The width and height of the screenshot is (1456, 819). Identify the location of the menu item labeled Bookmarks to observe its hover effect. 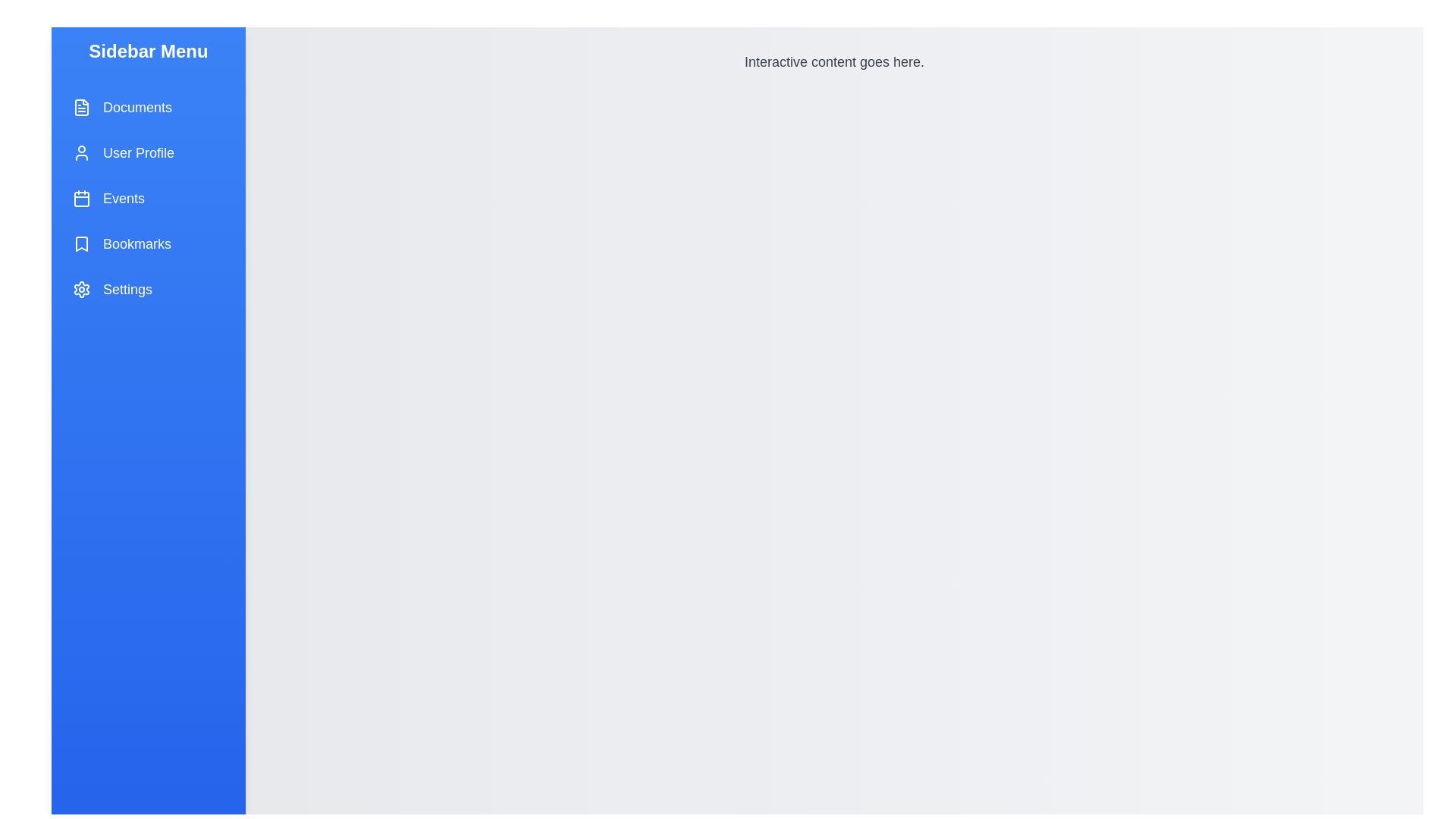
(149, 243).